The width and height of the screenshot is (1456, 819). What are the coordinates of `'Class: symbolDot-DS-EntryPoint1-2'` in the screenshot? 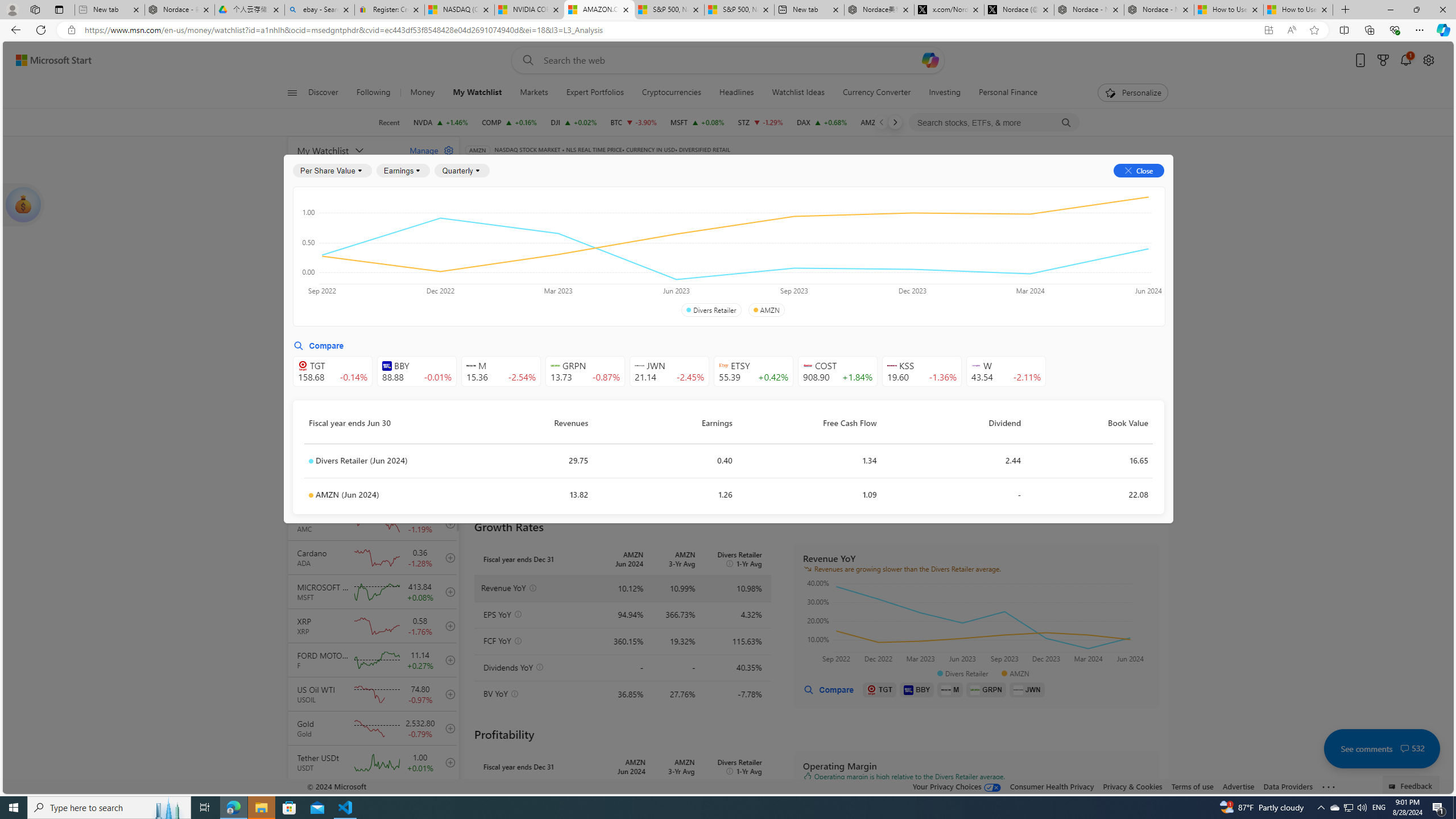 It's located at (311, 495).